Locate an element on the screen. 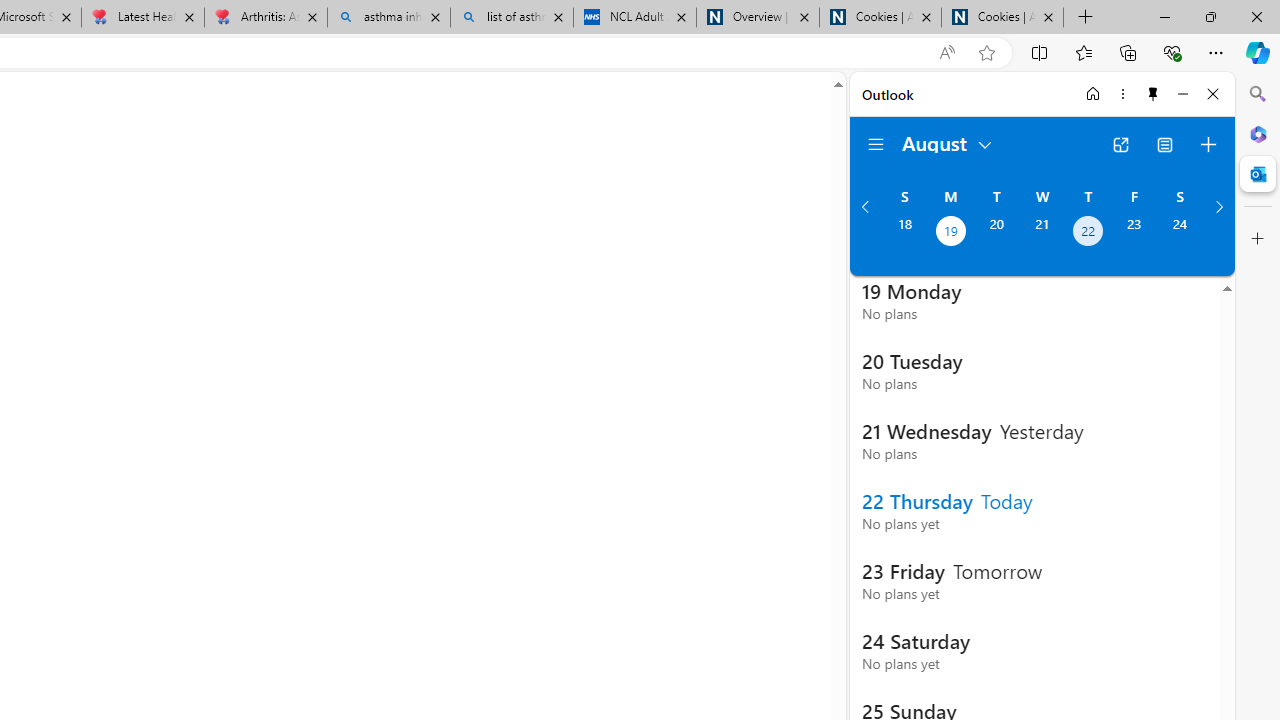  'View Switcher. Current view is Agenda view' is located at coordinates (1165, 144).